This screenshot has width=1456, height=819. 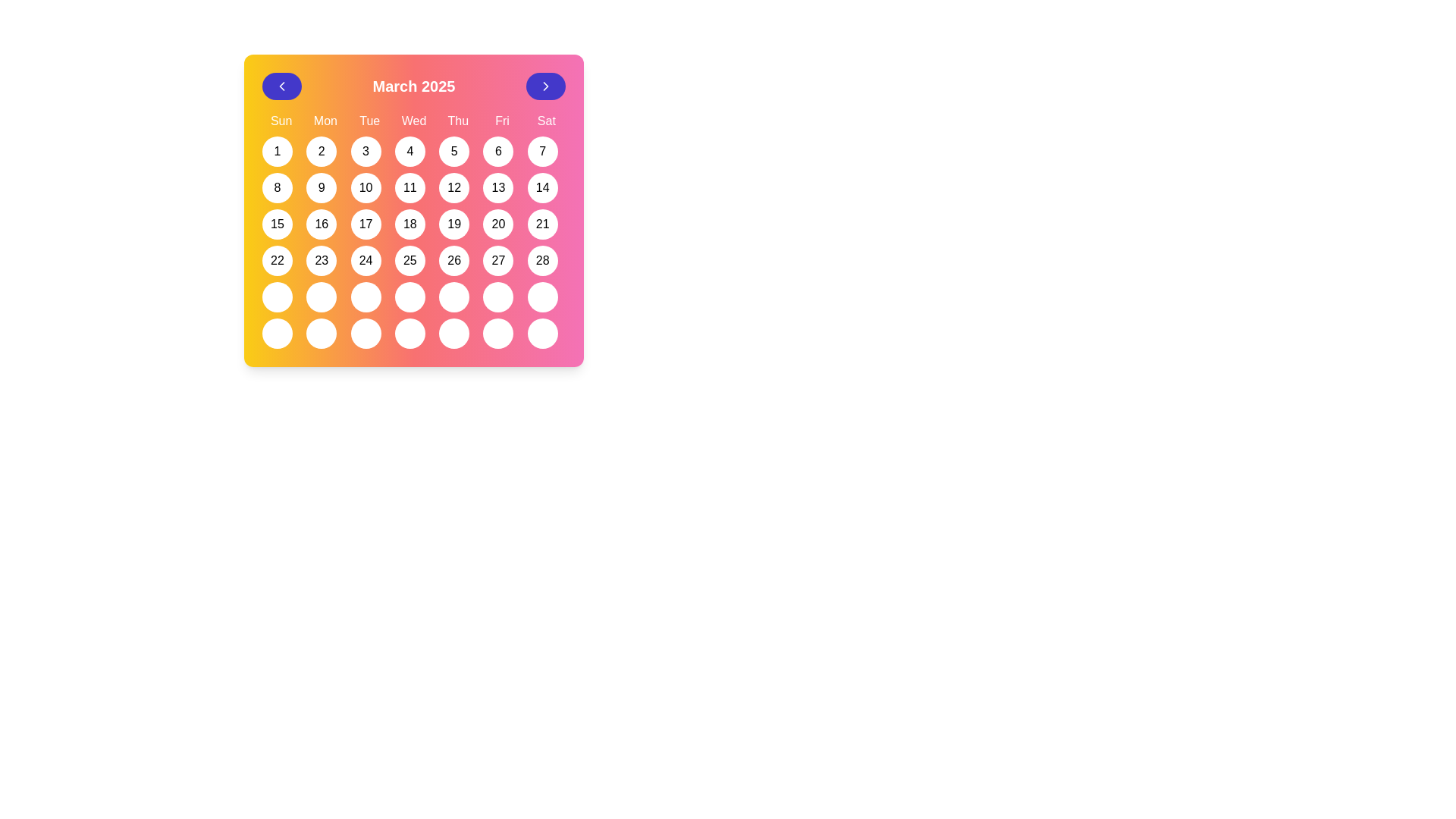 I want to click on the calendar title text that displays the current month and year, located centrally in the header section of the calendar view, so click(x=414, y=86).